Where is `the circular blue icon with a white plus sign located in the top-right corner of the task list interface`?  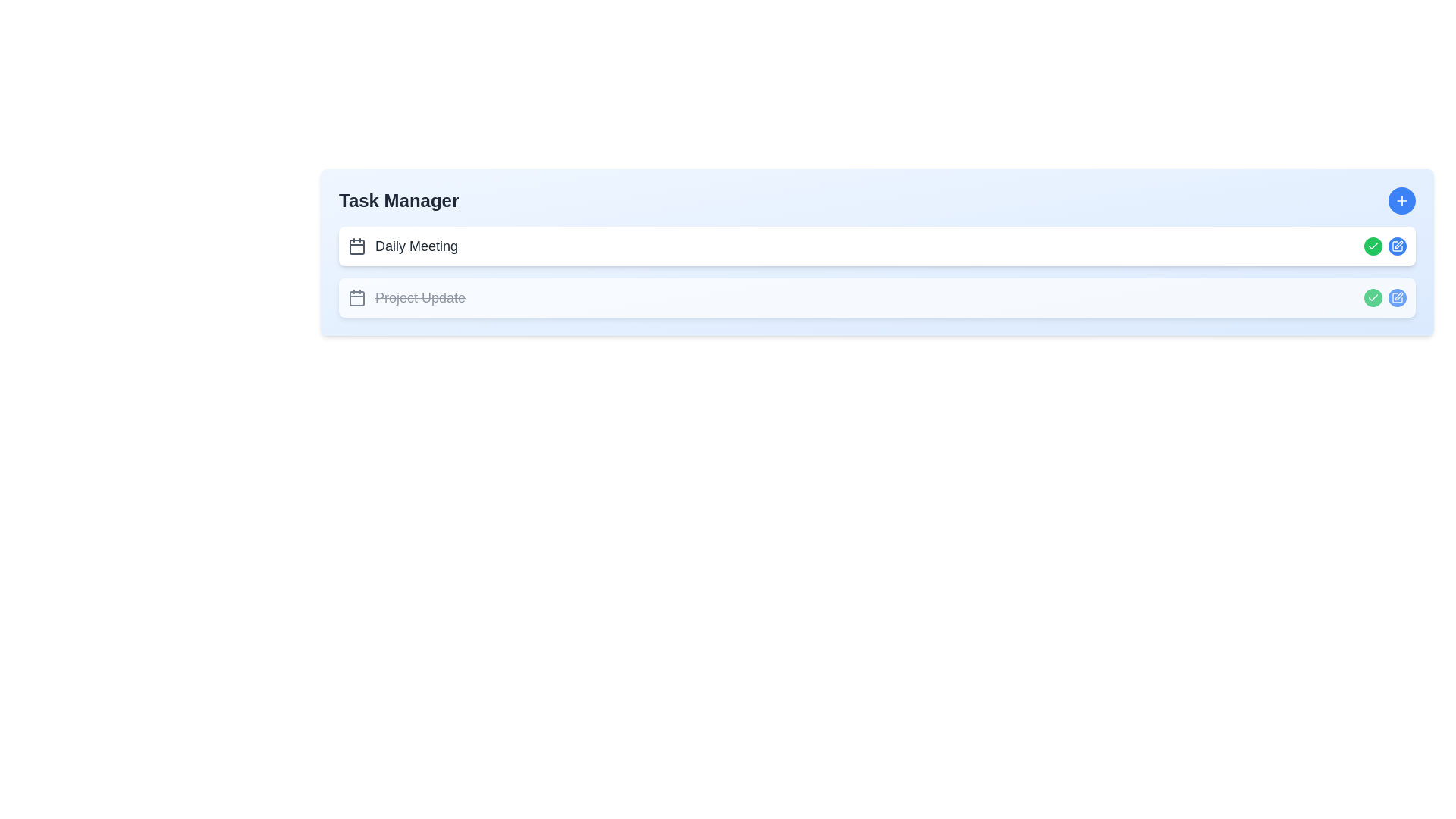
the circular blue icon with a white plus sign located in the top-right corner of the task list interface is located at coordinates (1401, 200).